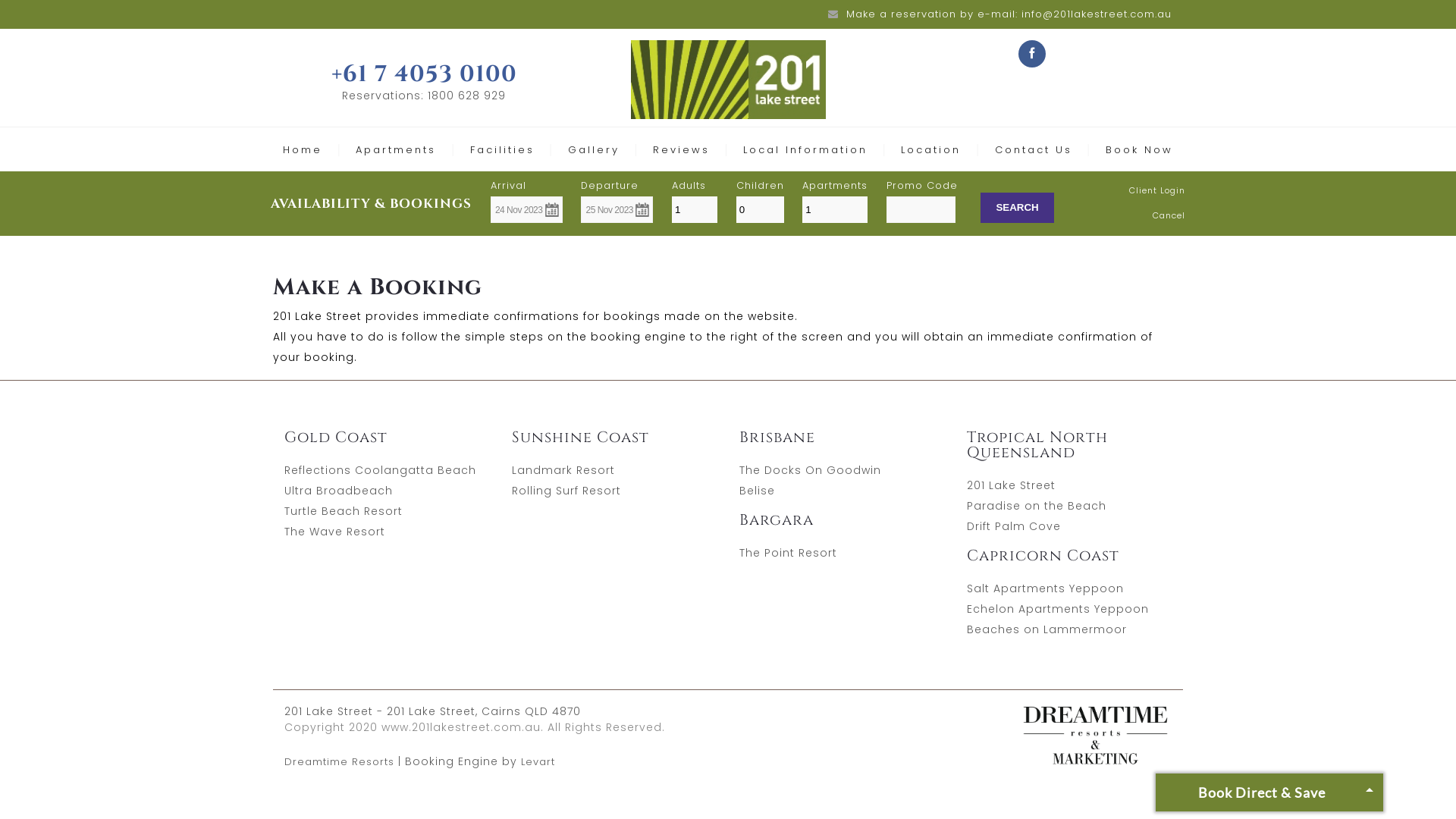  Describe the element at coordinates (1139, 149) in the screenshot. I see `'Book Now'` at that location.